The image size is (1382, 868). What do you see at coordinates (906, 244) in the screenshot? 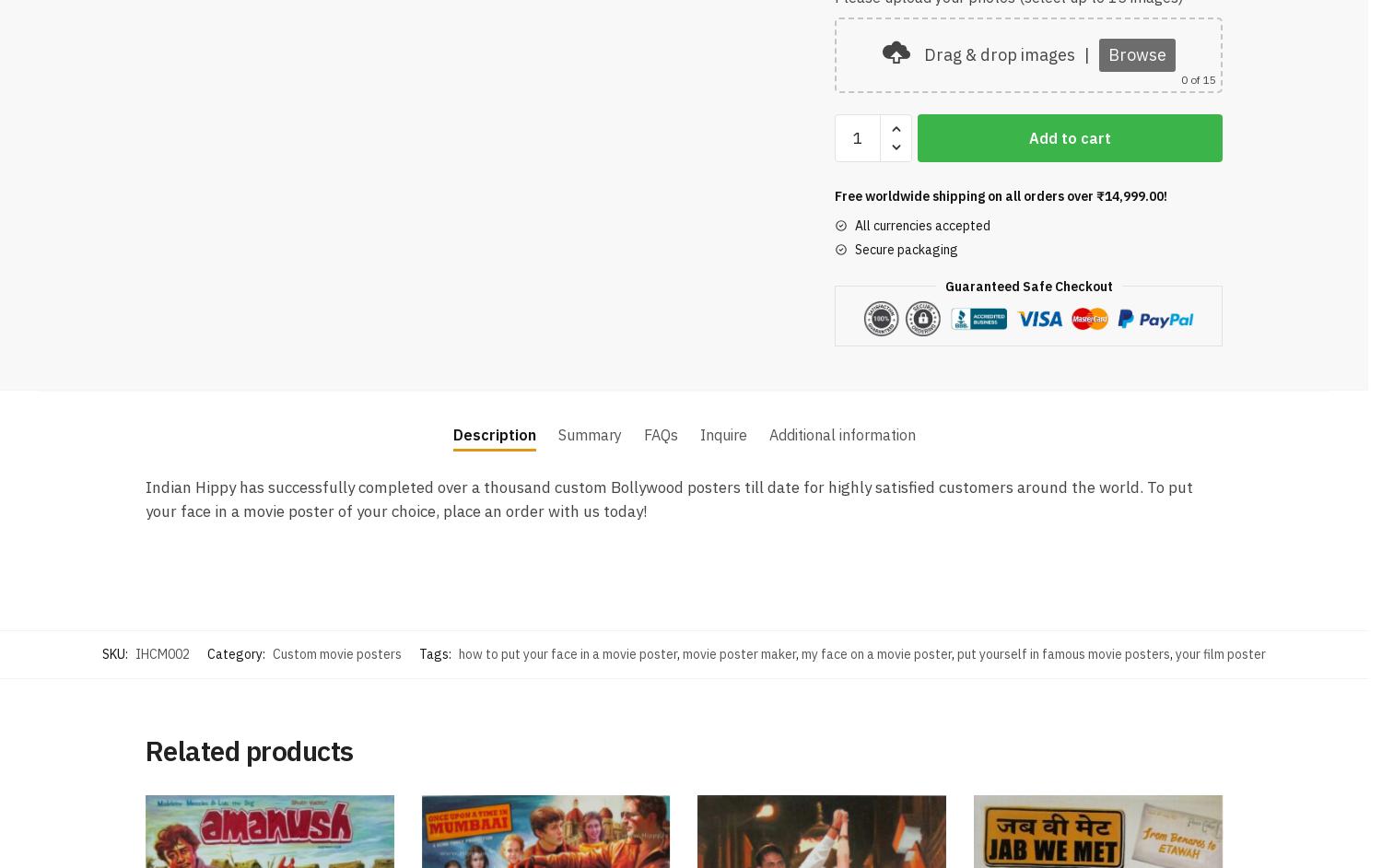
I see `'Secure packaging'` at bounding box center [906, 244].